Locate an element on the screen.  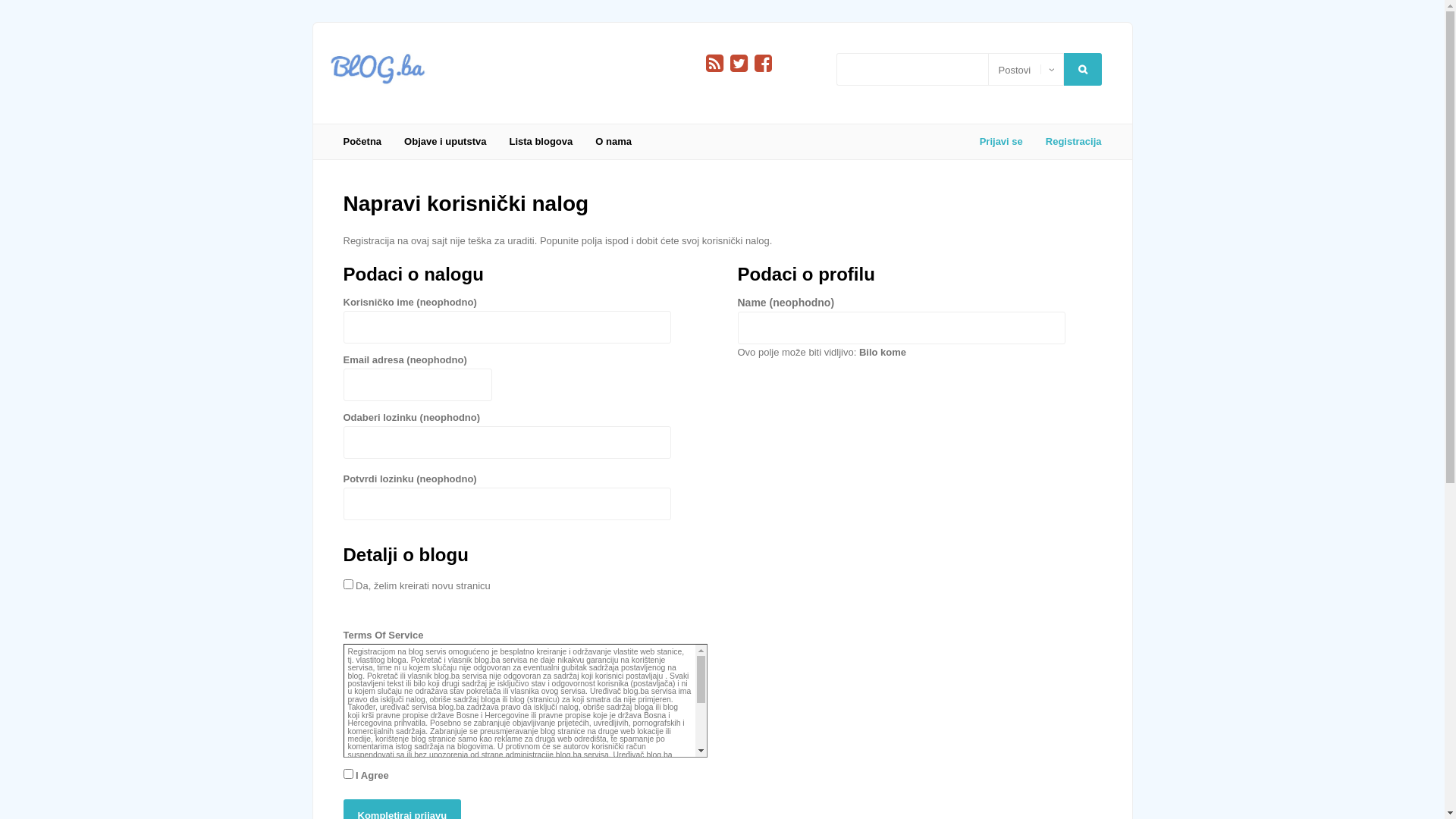
'Facebook' is located at coordinates (762, 62).